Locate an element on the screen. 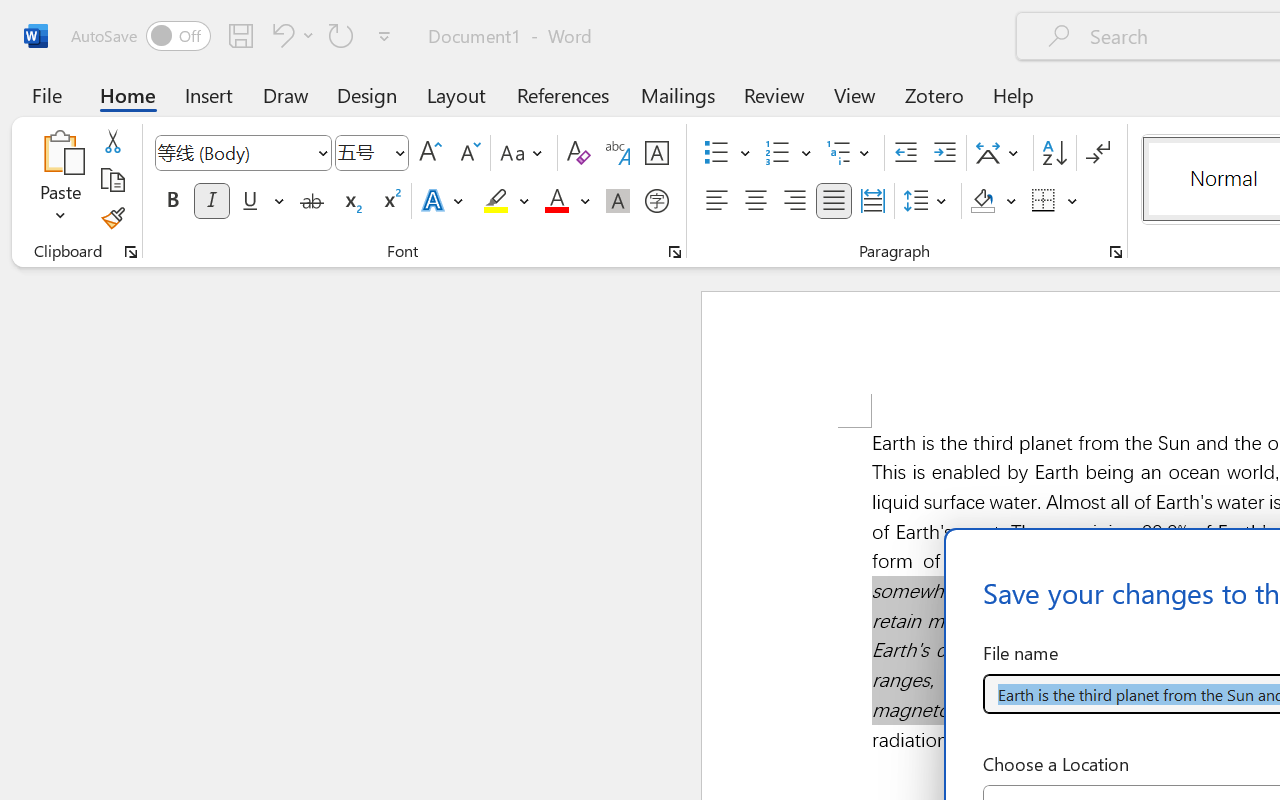 Image resolution: width=1280 pixels, height=800 pixels. 'Help' is located at coordinates (1013, 94).